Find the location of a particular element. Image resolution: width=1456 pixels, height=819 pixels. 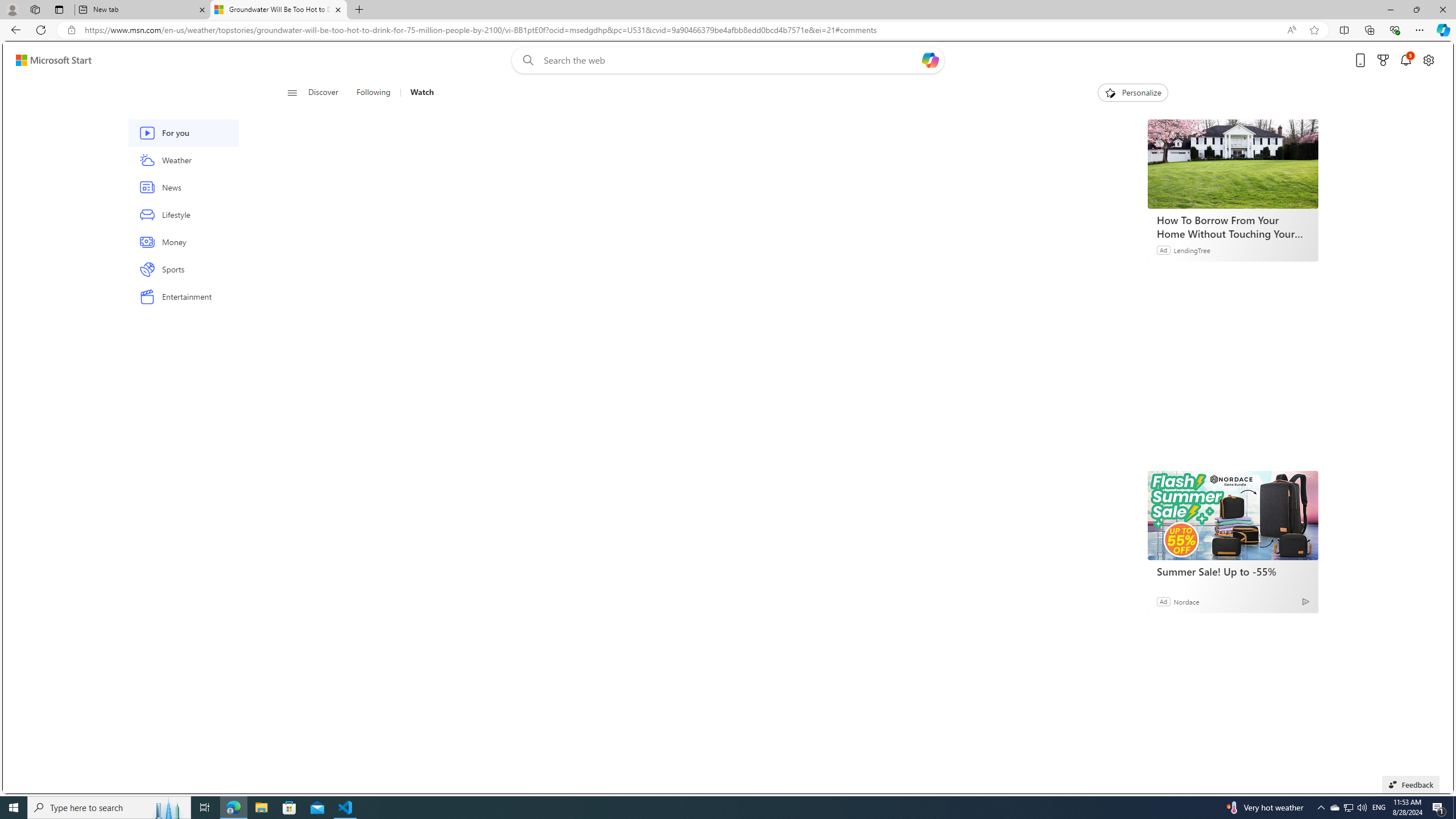

'Web search' is located at coordinates (526, 60).